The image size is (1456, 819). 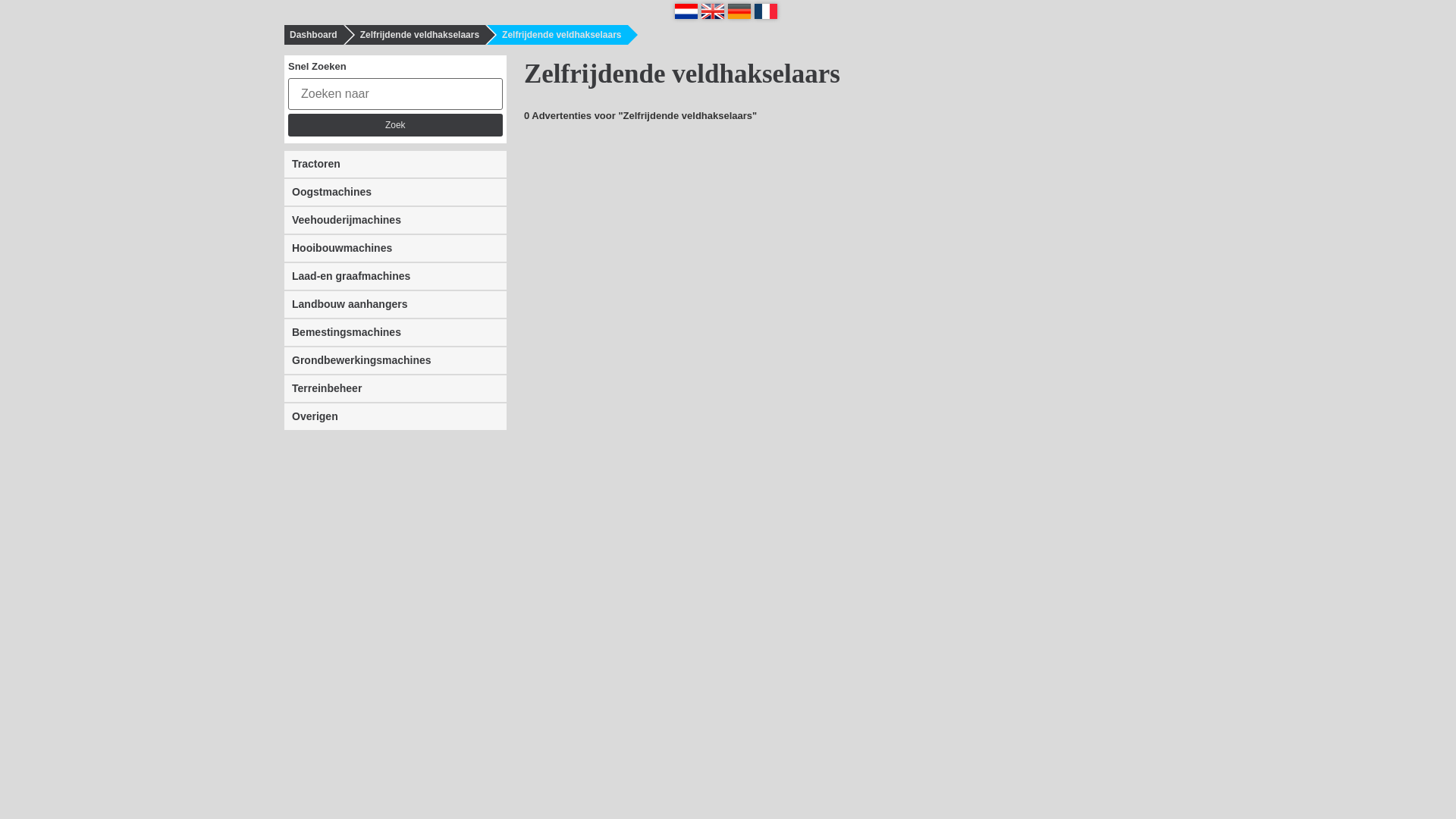 I want to click on 'Bemestingsmachines', so click(x=395, y=331).